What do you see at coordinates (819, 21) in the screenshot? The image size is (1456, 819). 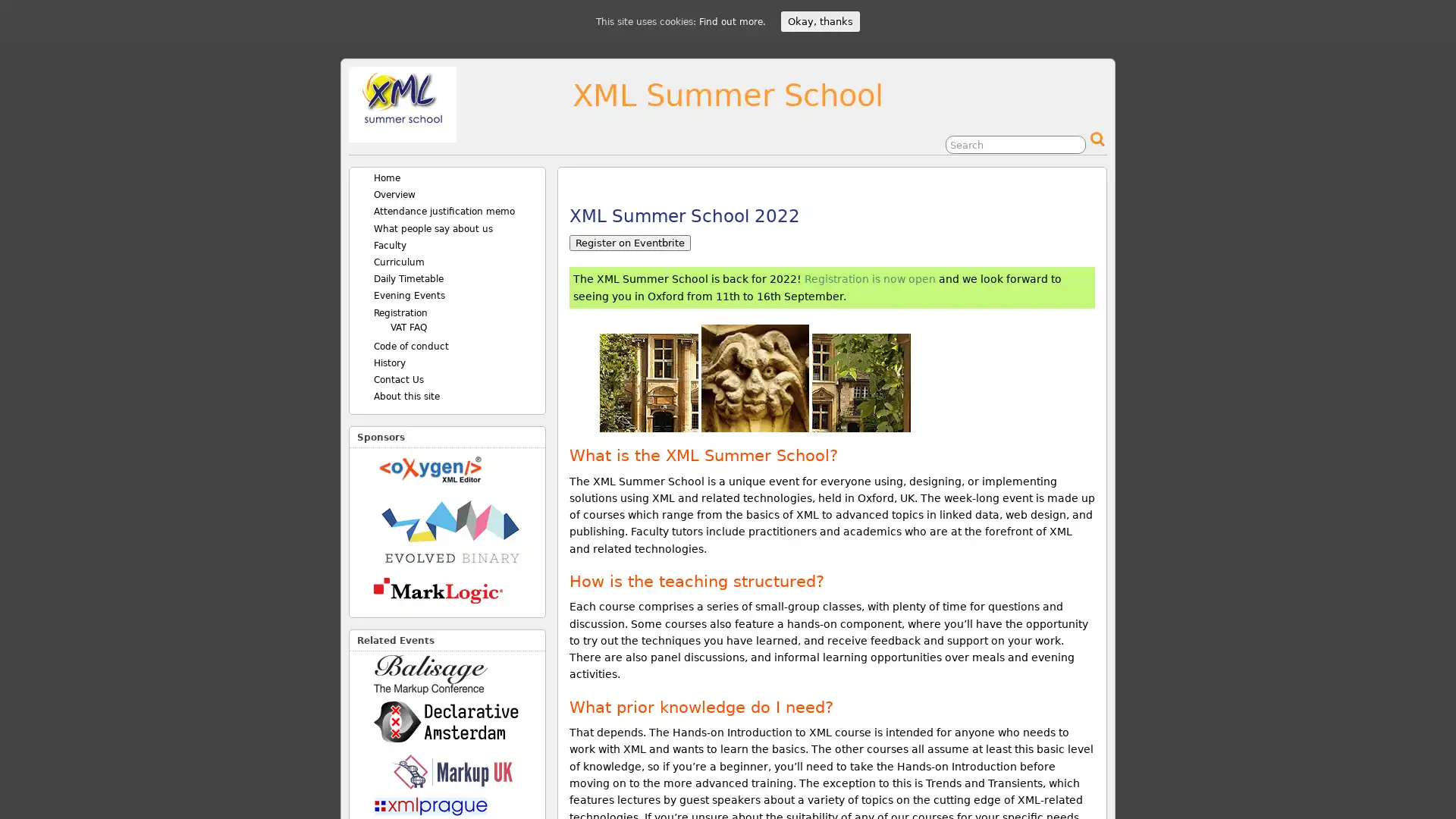 I see `Okay, thanks` at bounding box center [819, 21].